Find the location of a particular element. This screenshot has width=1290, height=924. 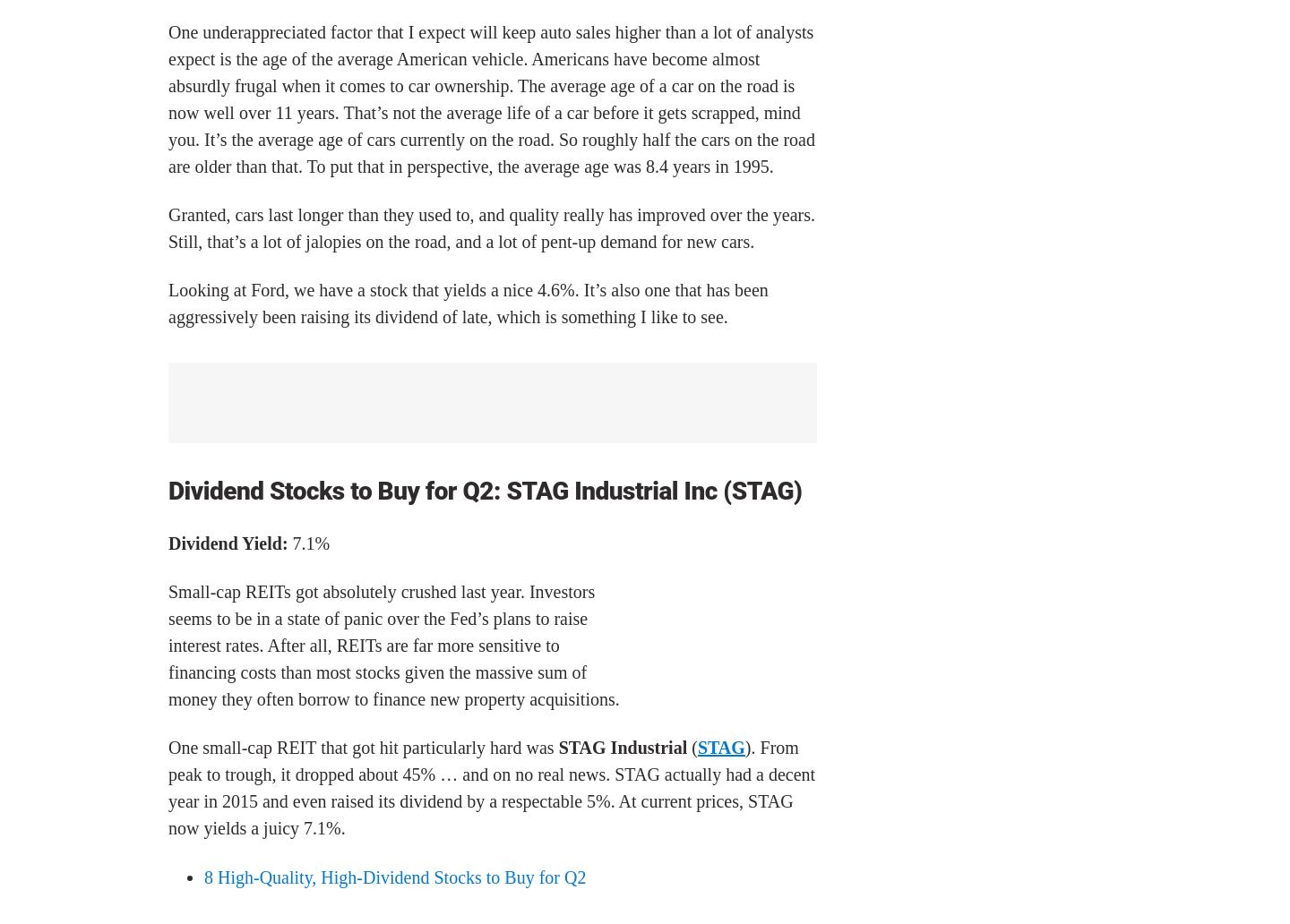

'Dividend Stocks to Buy for Q2: STAG' is located at coordinates (370, 491).